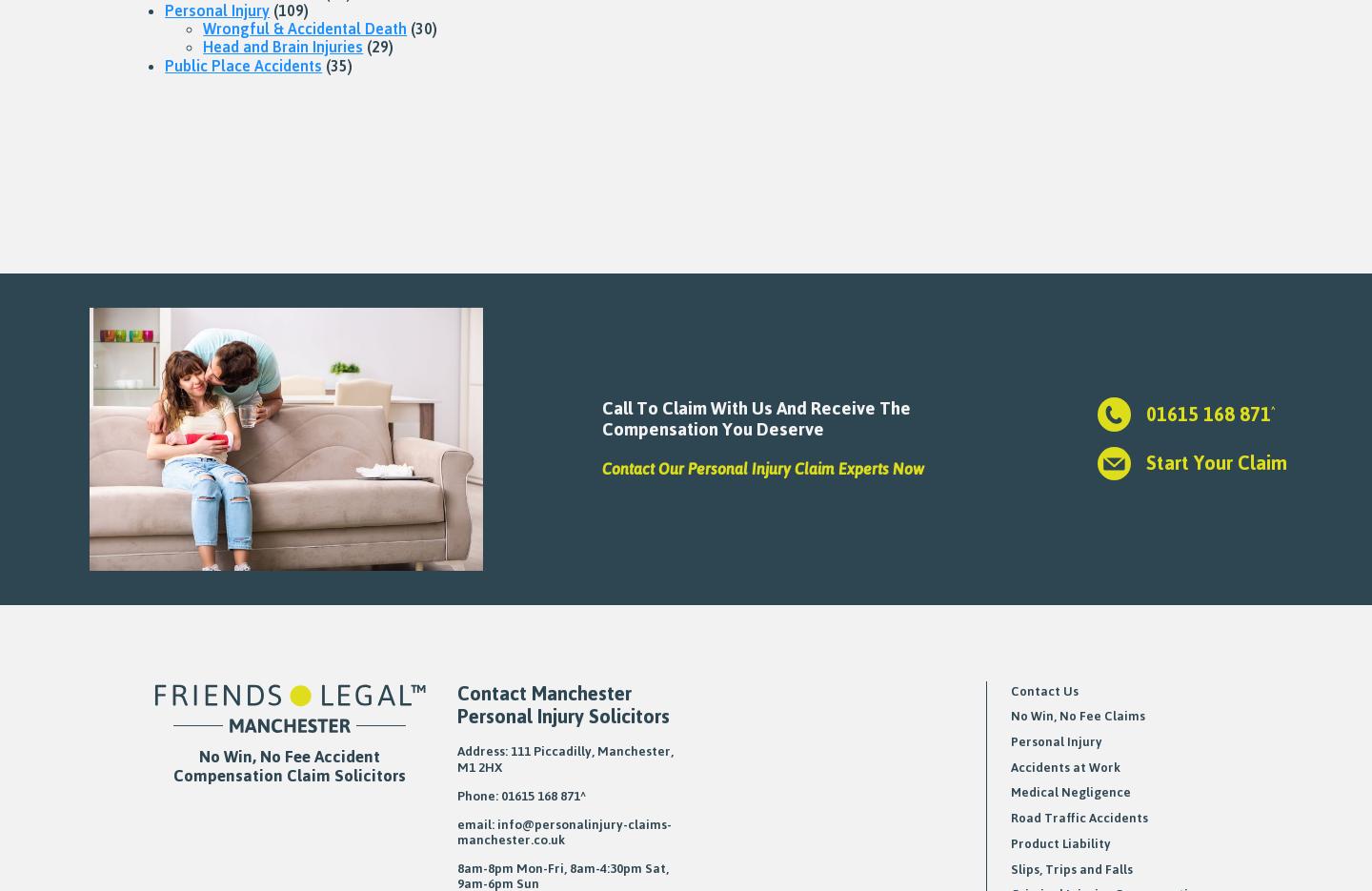 Image resolution: width=1372 pixels, height=891 pixels. I want to click on 'Start Your Claim', so click(1216, 462).